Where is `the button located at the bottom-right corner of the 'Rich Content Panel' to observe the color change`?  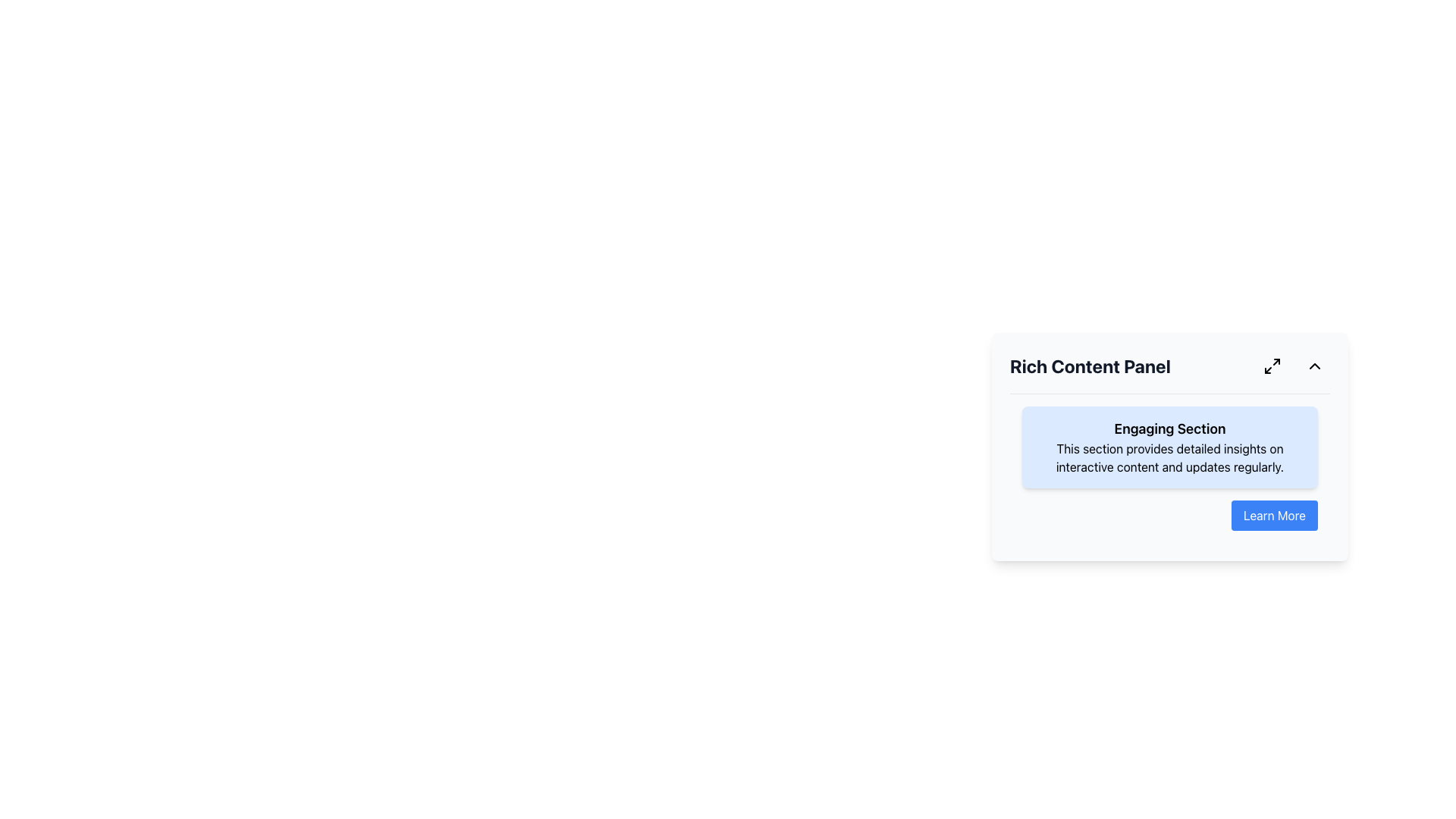
the button located at the bottom-right corner of the 'Rich Content Panel' to observe the color change is located at coordinates (1274, 514).